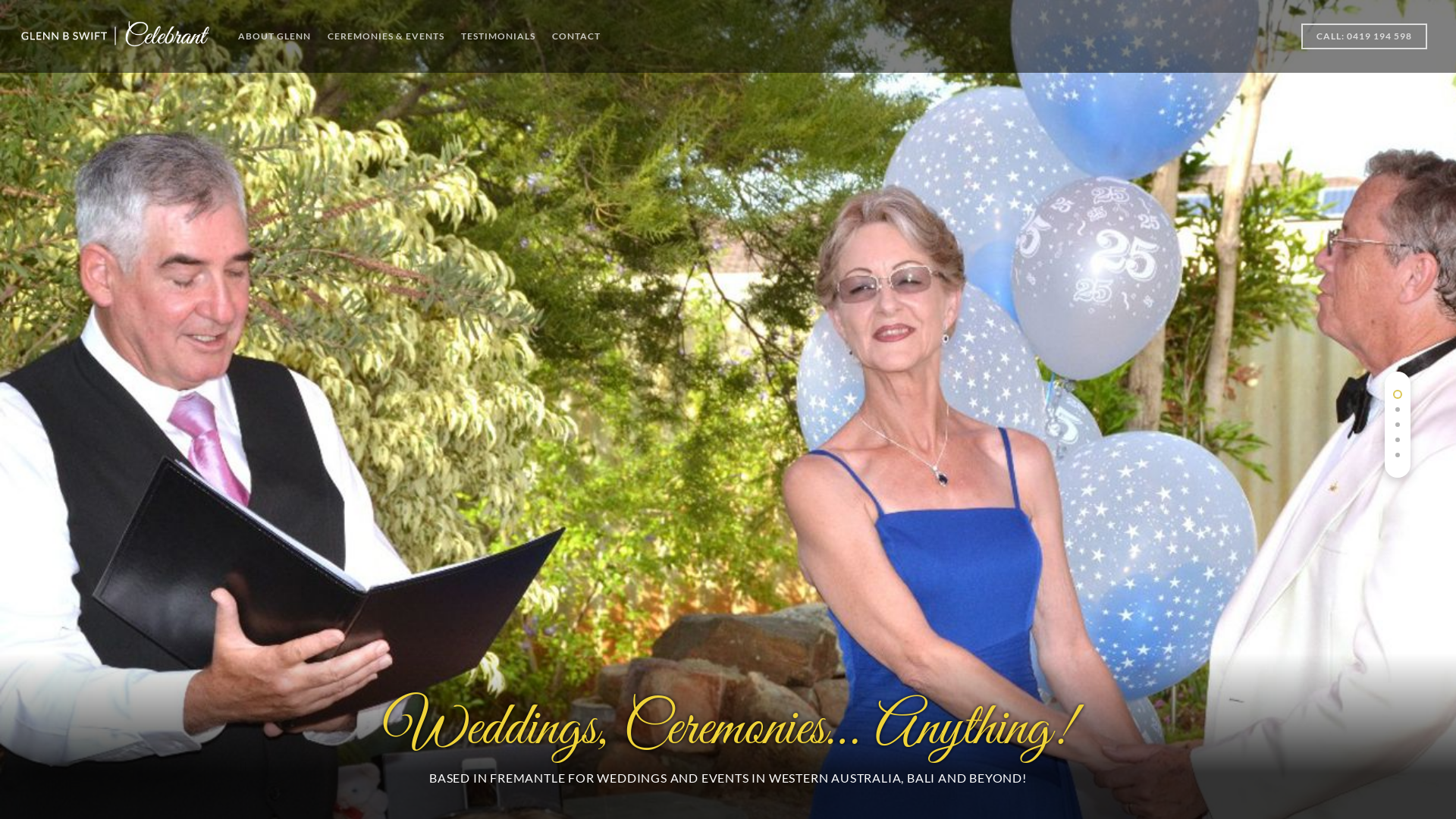 The height and width of the screenshot is (819, 1456). Describe the element at coordinates (498, 37) in the screenshot. I see `'TESTIMONIALS'` at that location.